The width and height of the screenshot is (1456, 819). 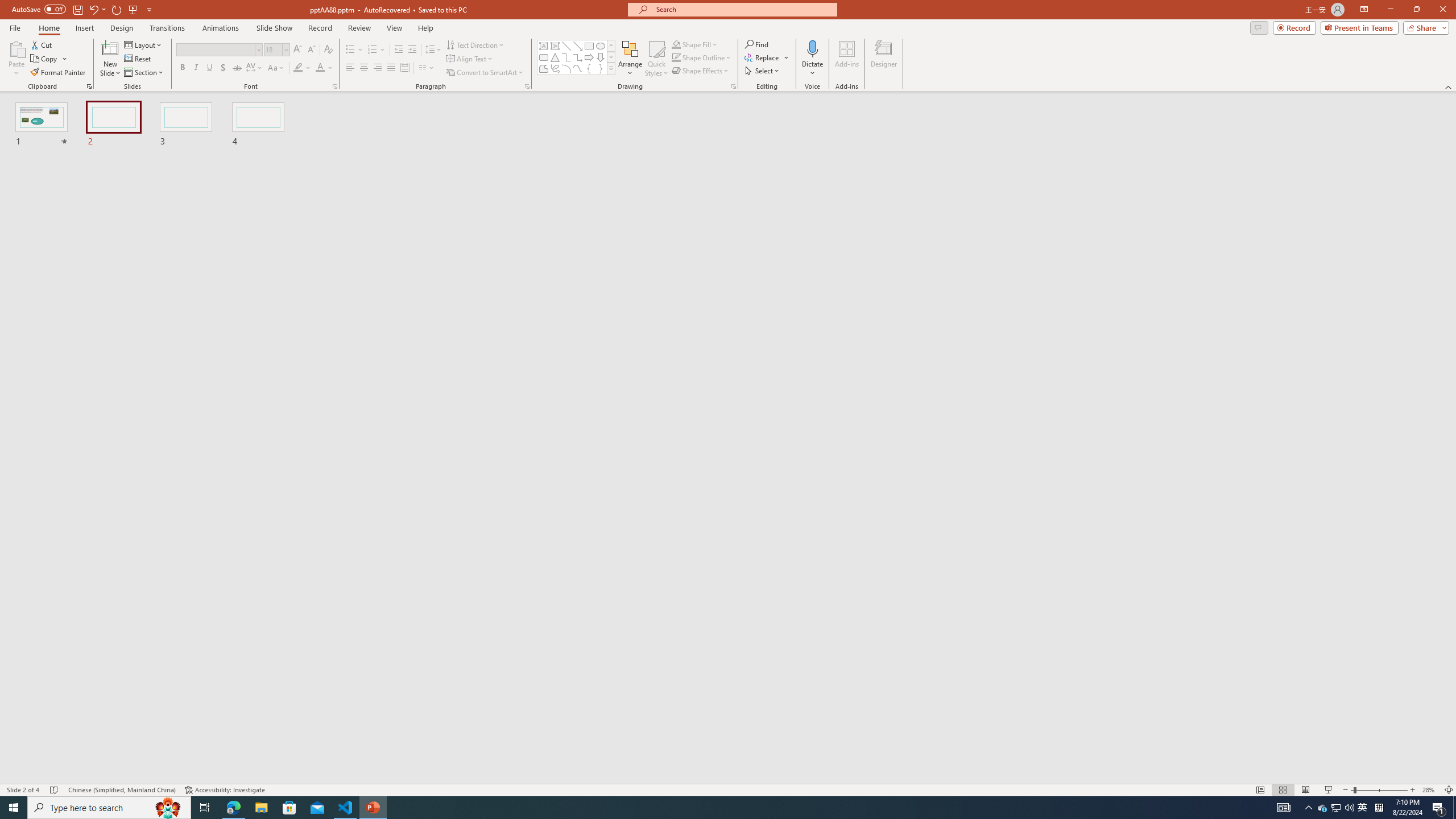 I want to click on 'Decrease Indent', so click(x=399, y=49).